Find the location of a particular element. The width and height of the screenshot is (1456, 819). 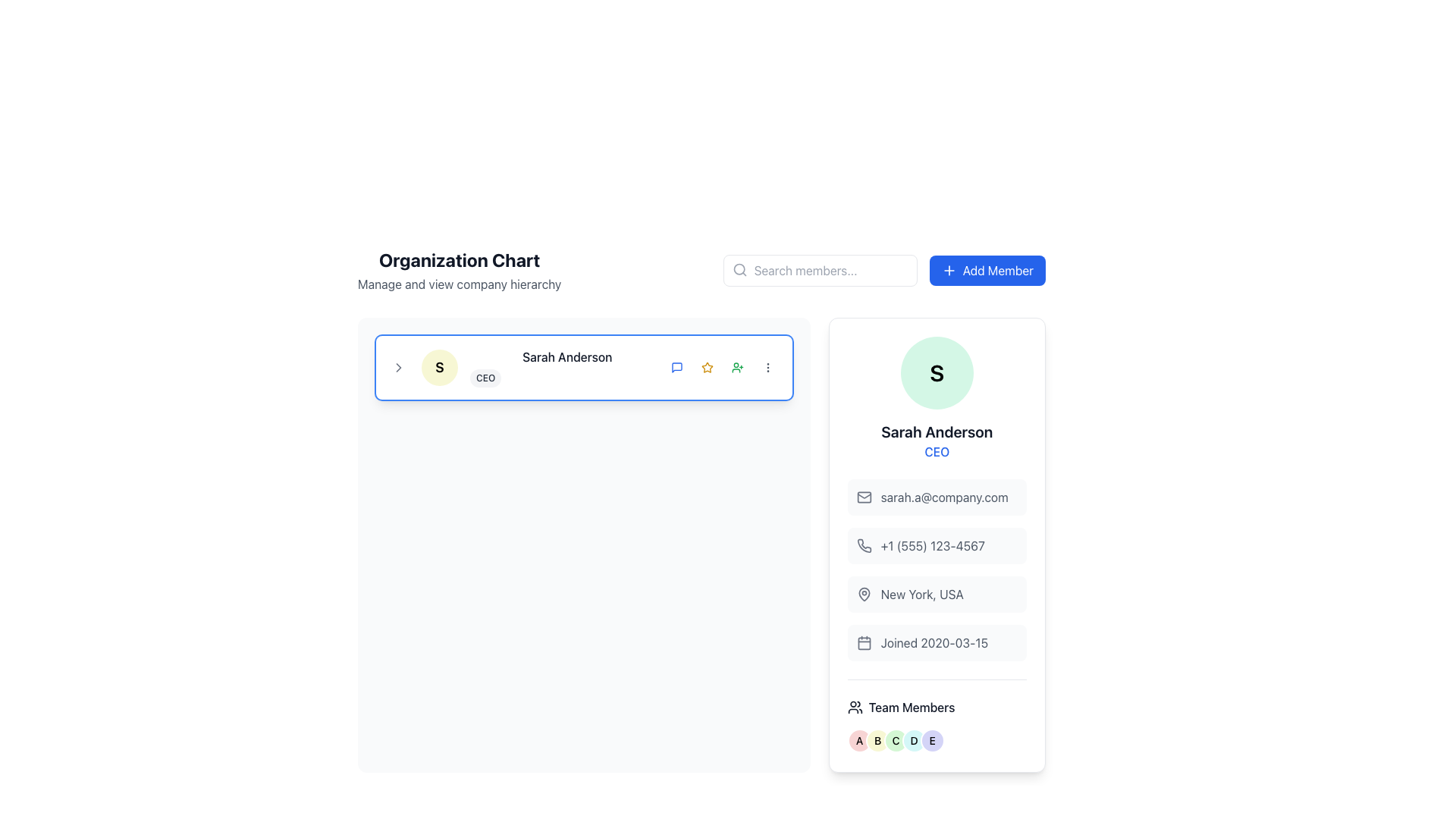

the action icon located in the right section of the component associated with 'Sarah Anderson' is located at coordinates (399, 368).